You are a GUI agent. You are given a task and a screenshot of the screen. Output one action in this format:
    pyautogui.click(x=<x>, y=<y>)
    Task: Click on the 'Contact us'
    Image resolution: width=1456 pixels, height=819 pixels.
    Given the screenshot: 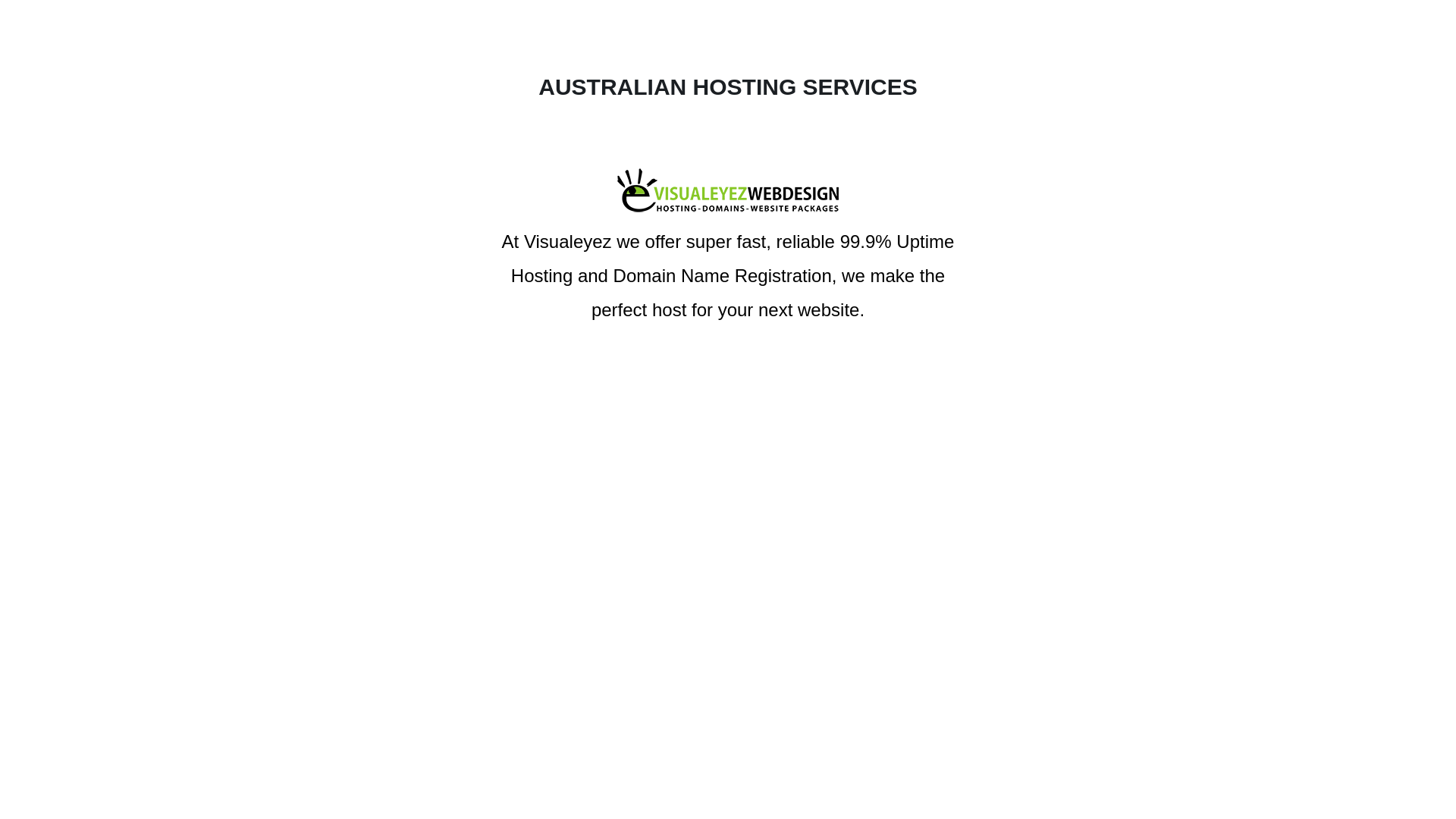 What is the action you would take?
    pyautogui.click(x=728, y=406)
    